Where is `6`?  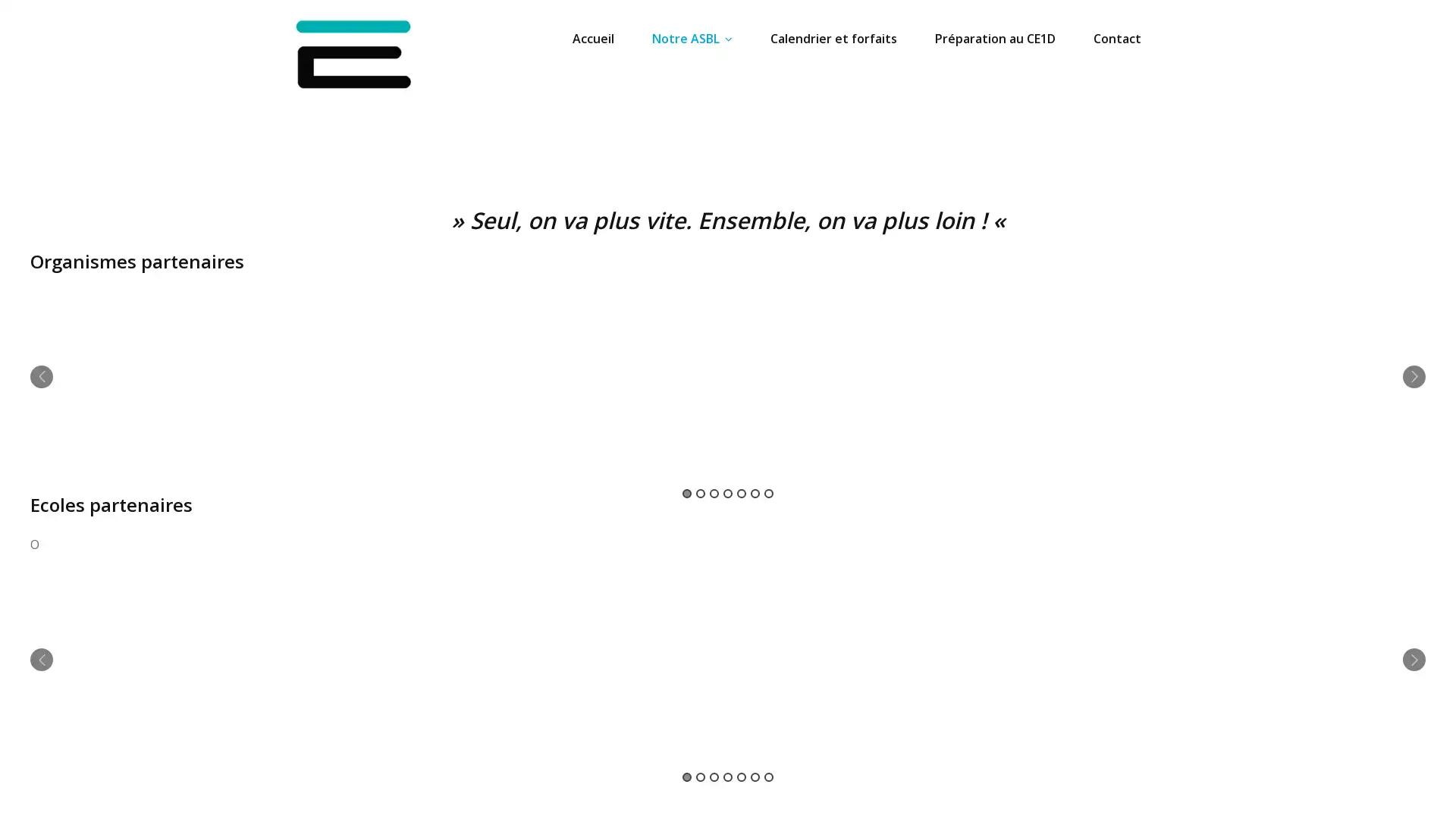
6 is located at coordinates (755, 776).